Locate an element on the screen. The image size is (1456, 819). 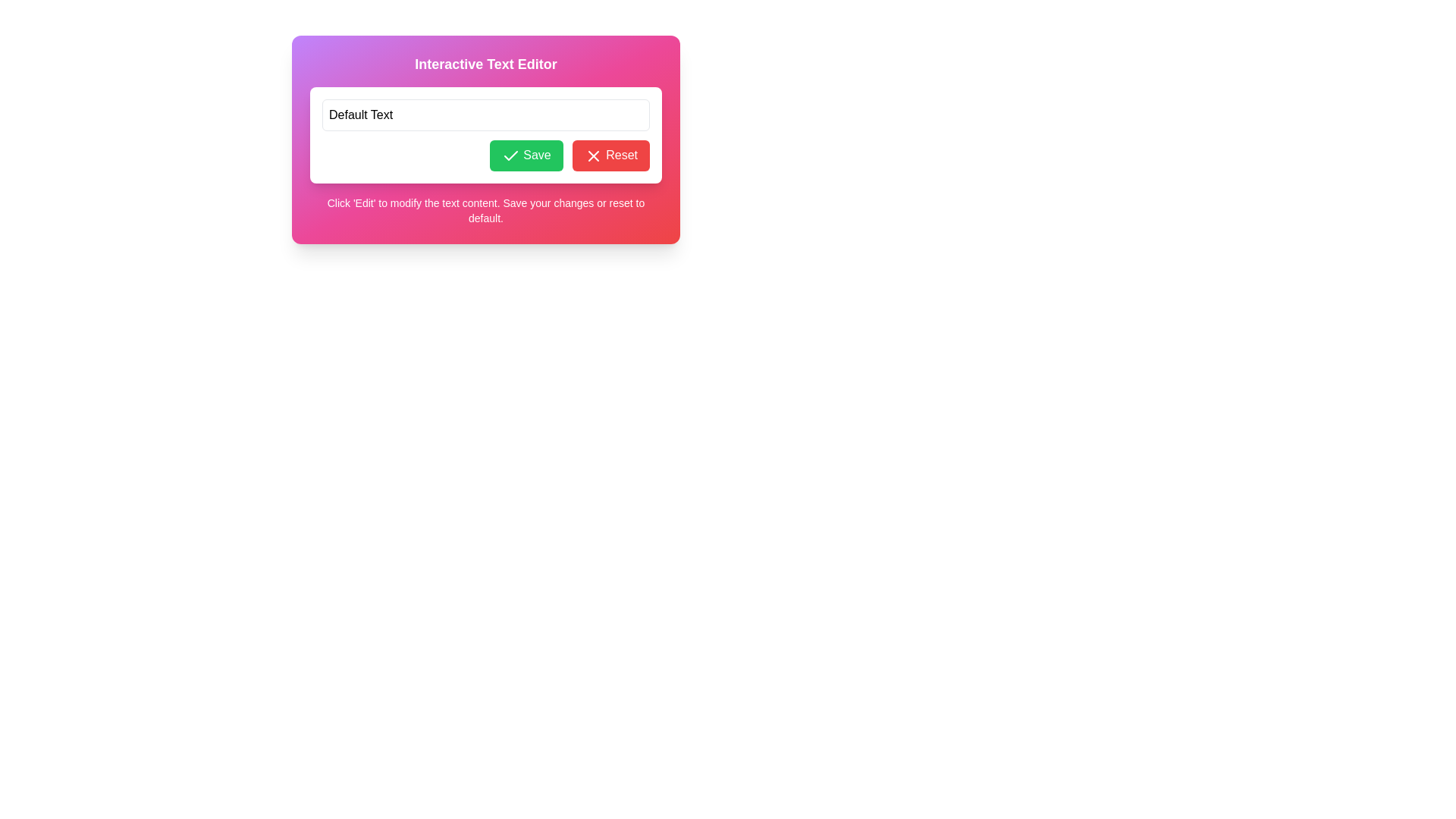
green checkmark icon located inside the 'Save' button next to the text 'Save' in the interactive panel is located at coordinates (510, 155).